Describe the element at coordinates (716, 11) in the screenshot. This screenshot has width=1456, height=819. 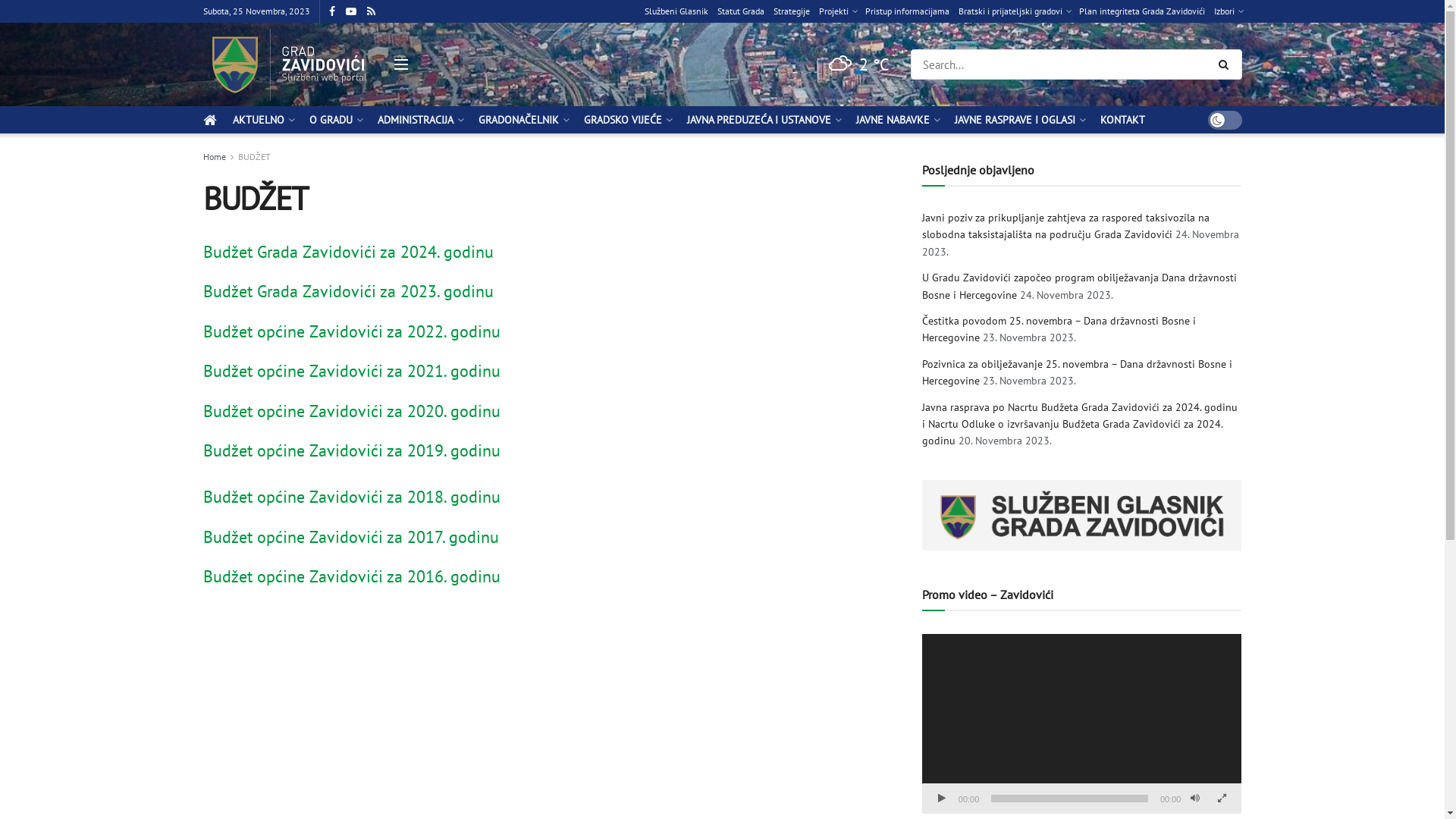
I see `'Statut Grada'` at that location.